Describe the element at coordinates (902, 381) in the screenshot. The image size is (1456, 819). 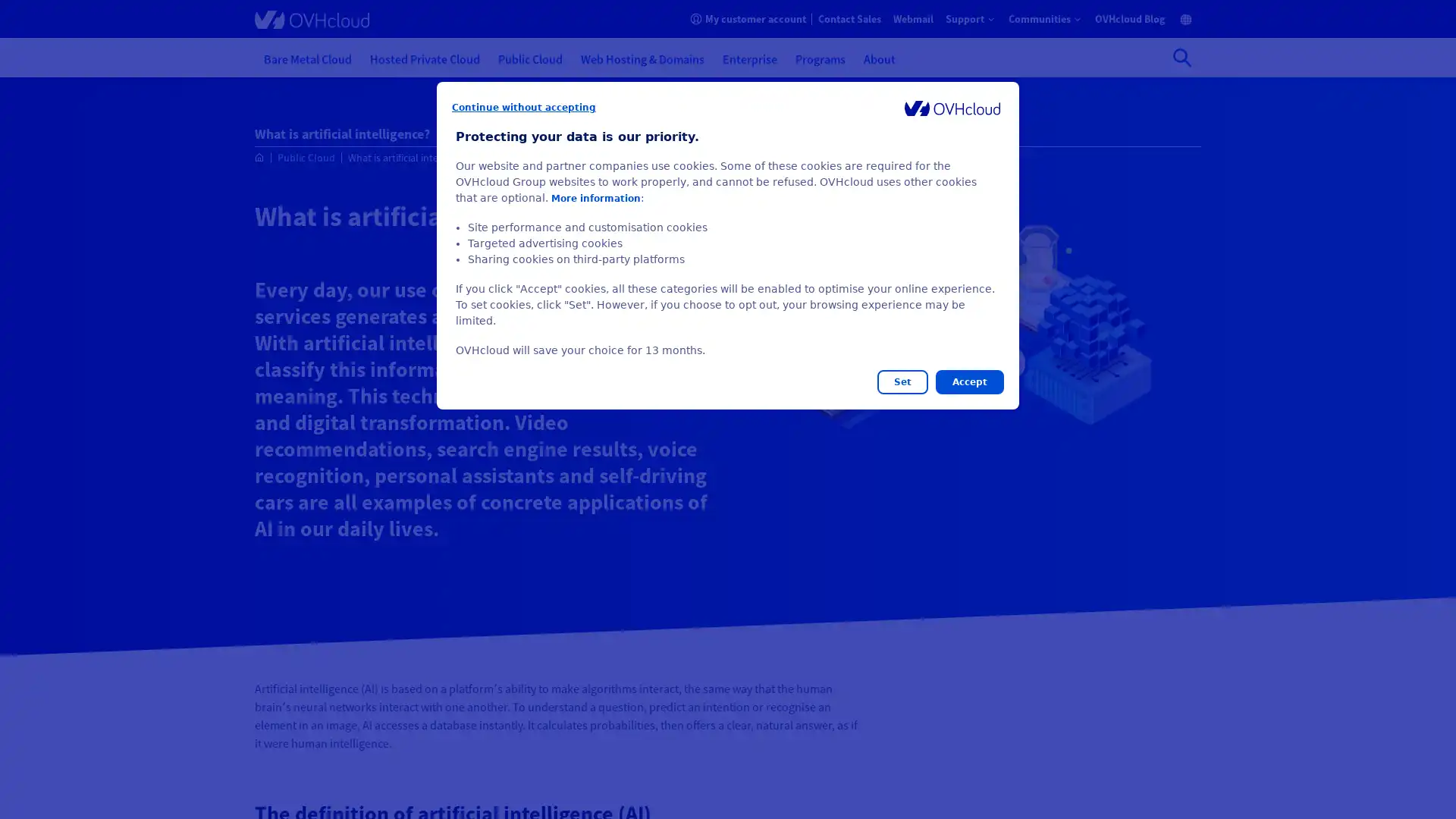
I see `Set` at that location.